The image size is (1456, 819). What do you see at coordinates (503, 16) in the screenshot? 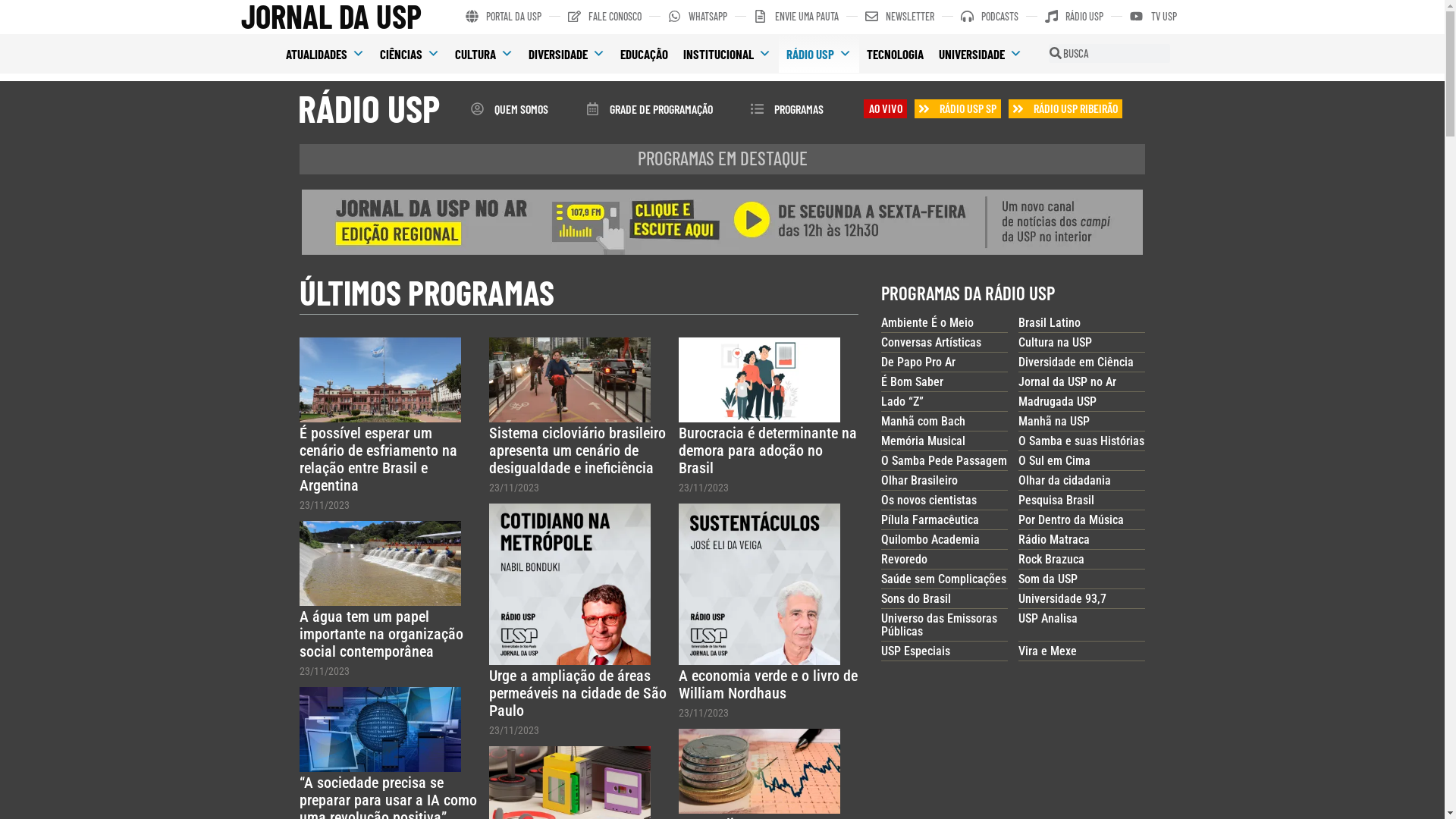
I see `'PORTAL DA USP'` at bounding box center [503, 16].